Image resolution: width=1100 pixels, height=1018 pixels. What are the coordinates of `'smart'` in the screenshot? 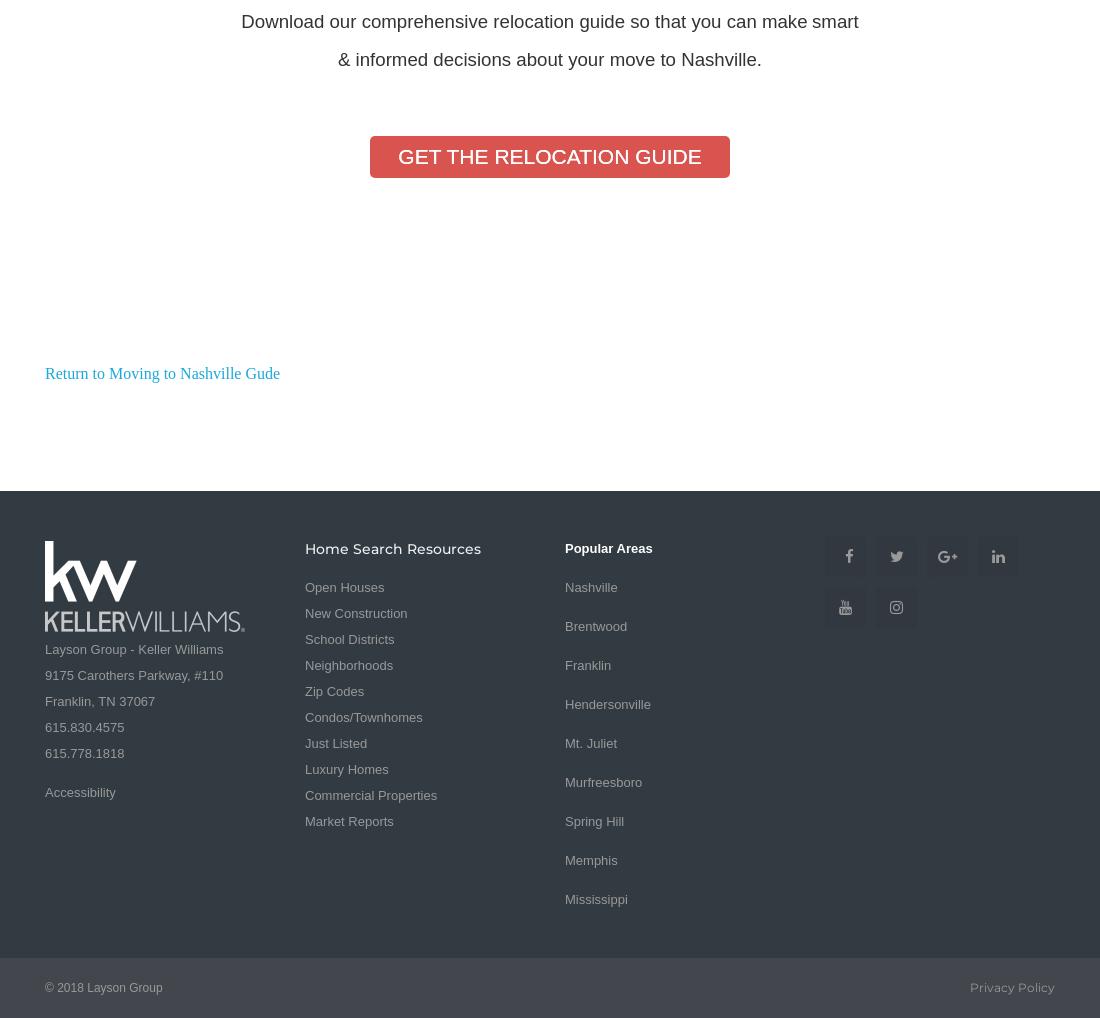 It's located at (834, 20).